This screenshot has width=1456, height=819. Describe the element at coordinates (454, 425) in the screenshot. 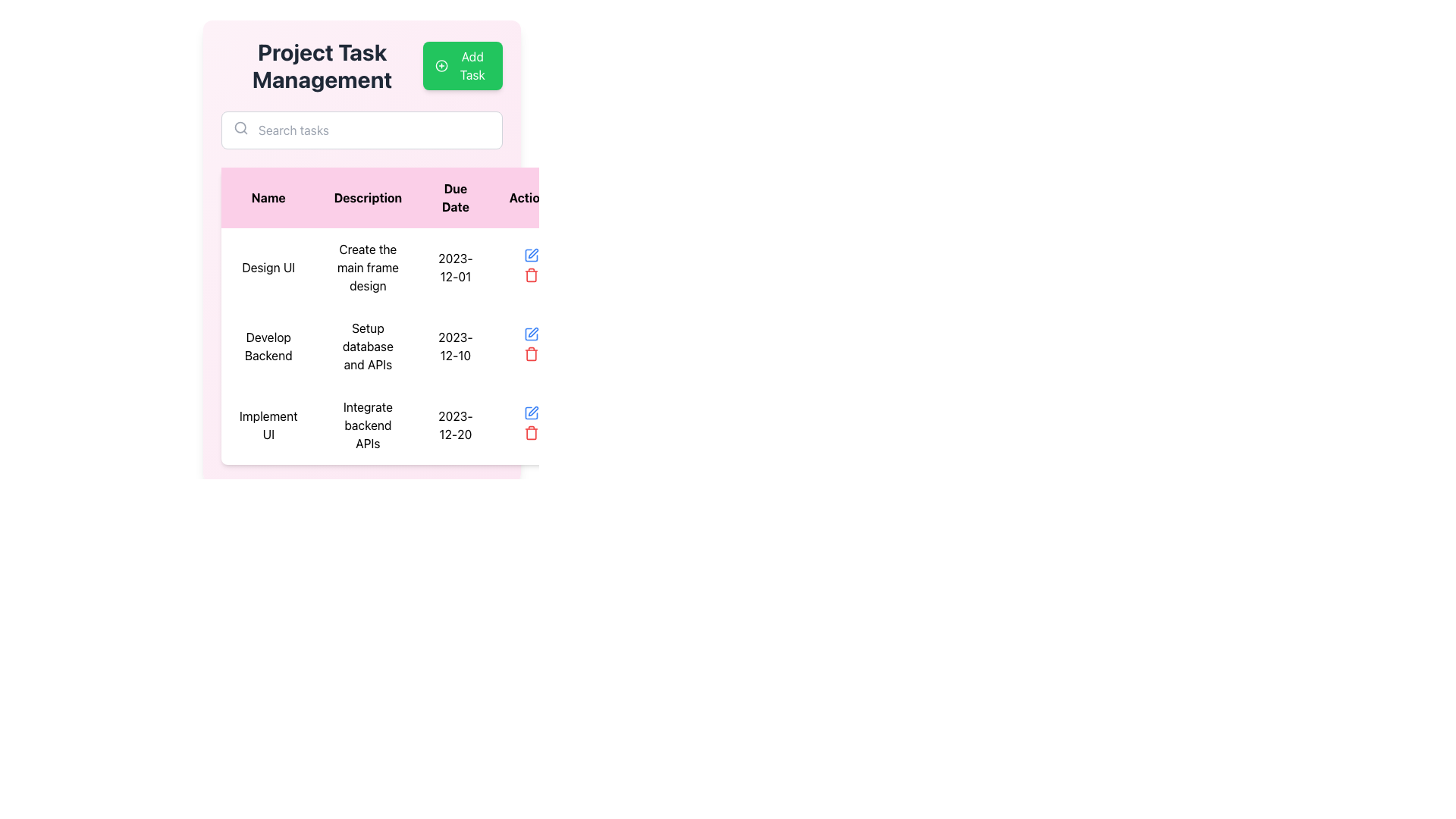

I see `the text block displaying the date '2023-12-20' in the 'Due Date' column of the table` at that location.